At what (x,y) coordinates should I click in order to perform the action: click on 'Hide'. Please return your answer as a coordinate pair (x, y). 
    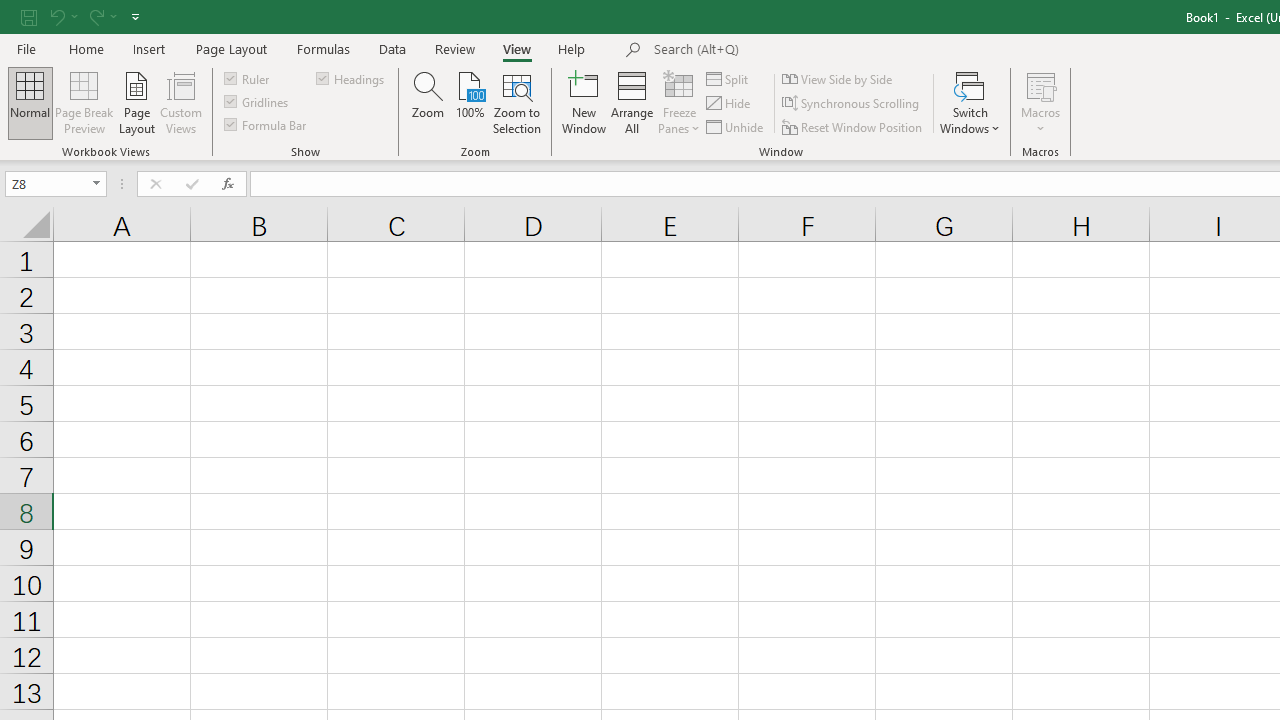
    Looking at the image, I should click on (728, 103).